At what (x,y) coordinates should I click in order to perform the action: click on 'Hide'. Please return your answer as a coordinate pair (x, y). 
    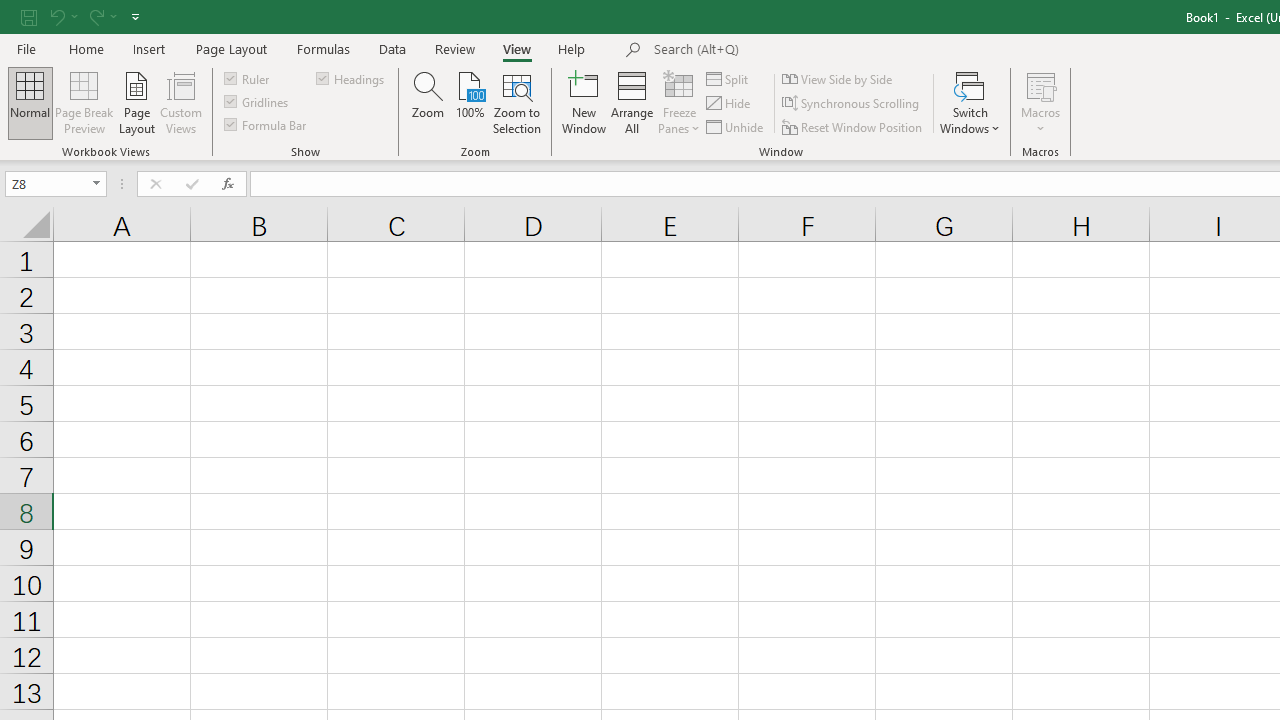
    Looking at the image, I should click on (728, 103).